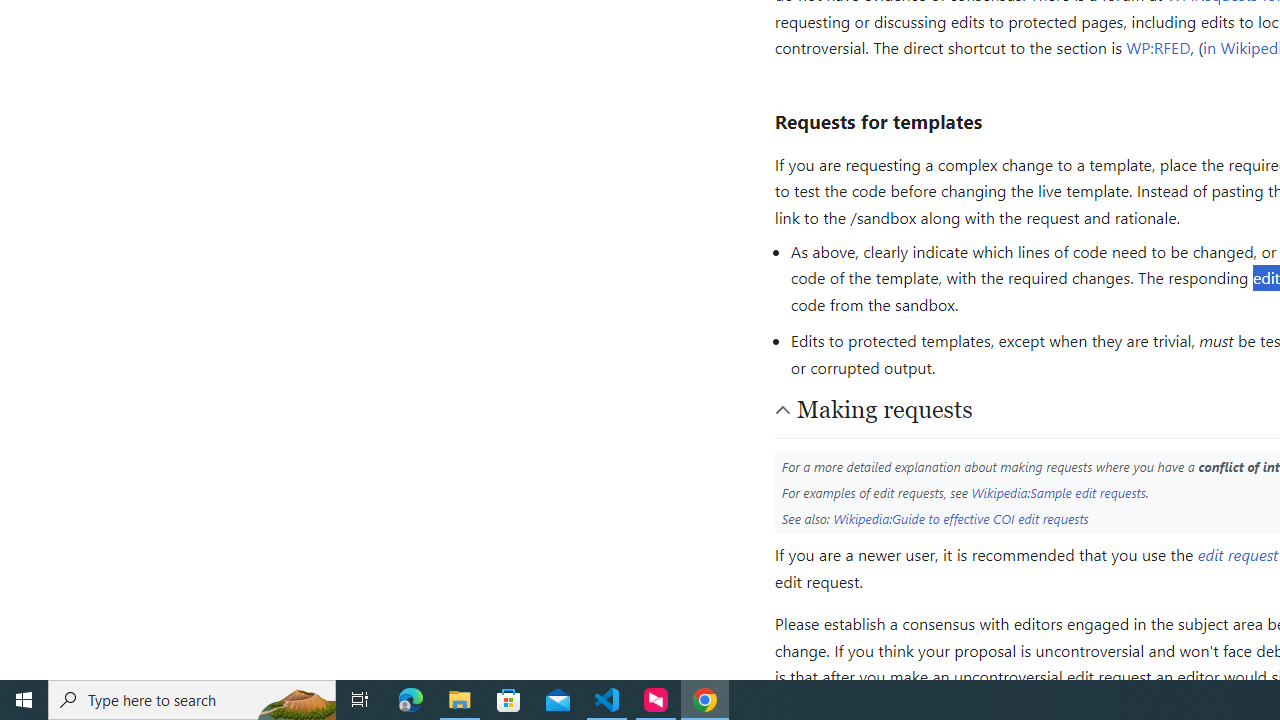 This screenshot has width=1280, height=720. What do you see at coordinates (1158, 46) in the screenshot?
I see `'WP:RFED'` at bounding box center [1158, 46].